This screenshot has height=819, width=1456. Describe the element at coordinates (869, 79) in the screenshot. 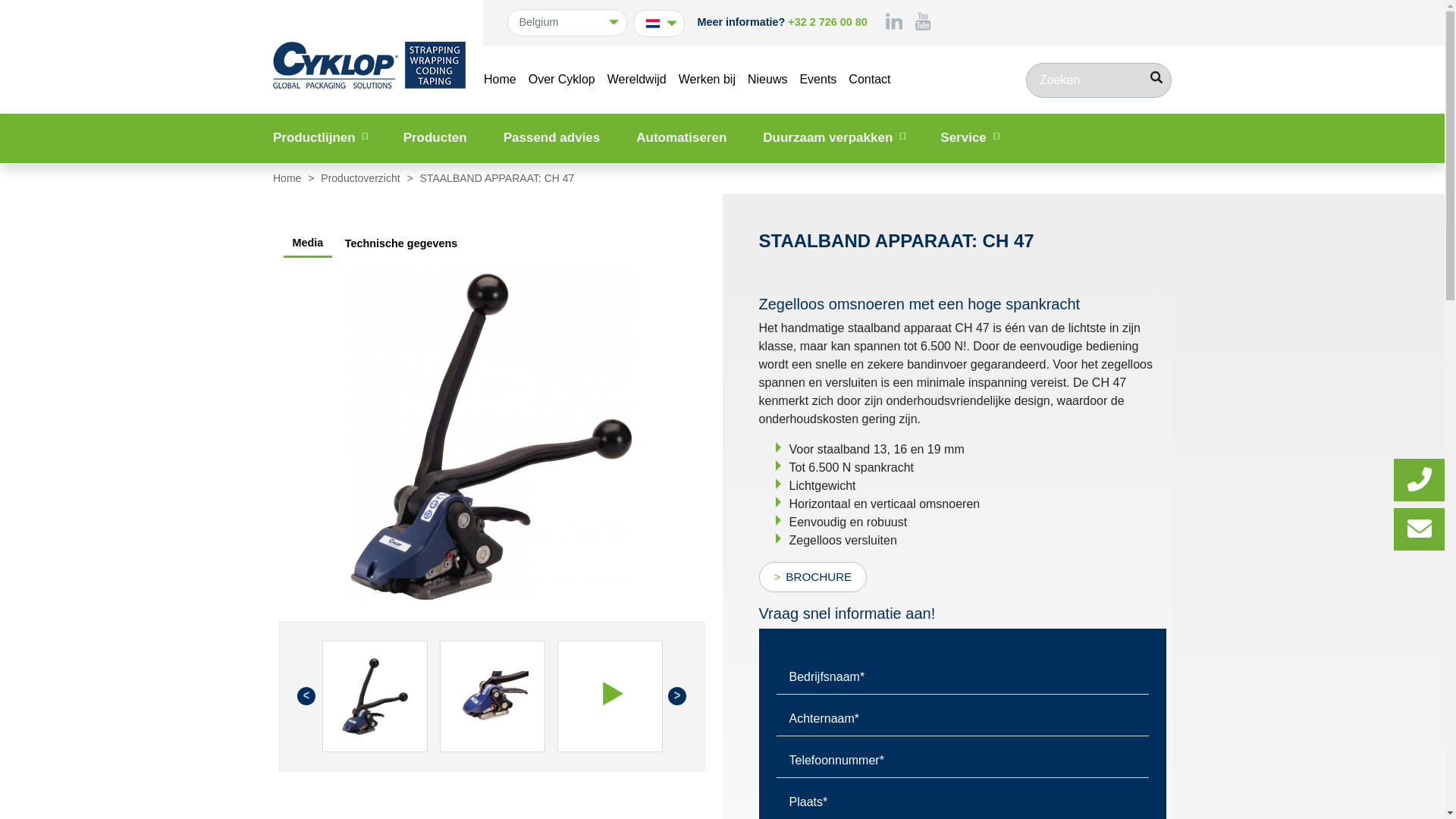

I see `'Contact'` at that location.